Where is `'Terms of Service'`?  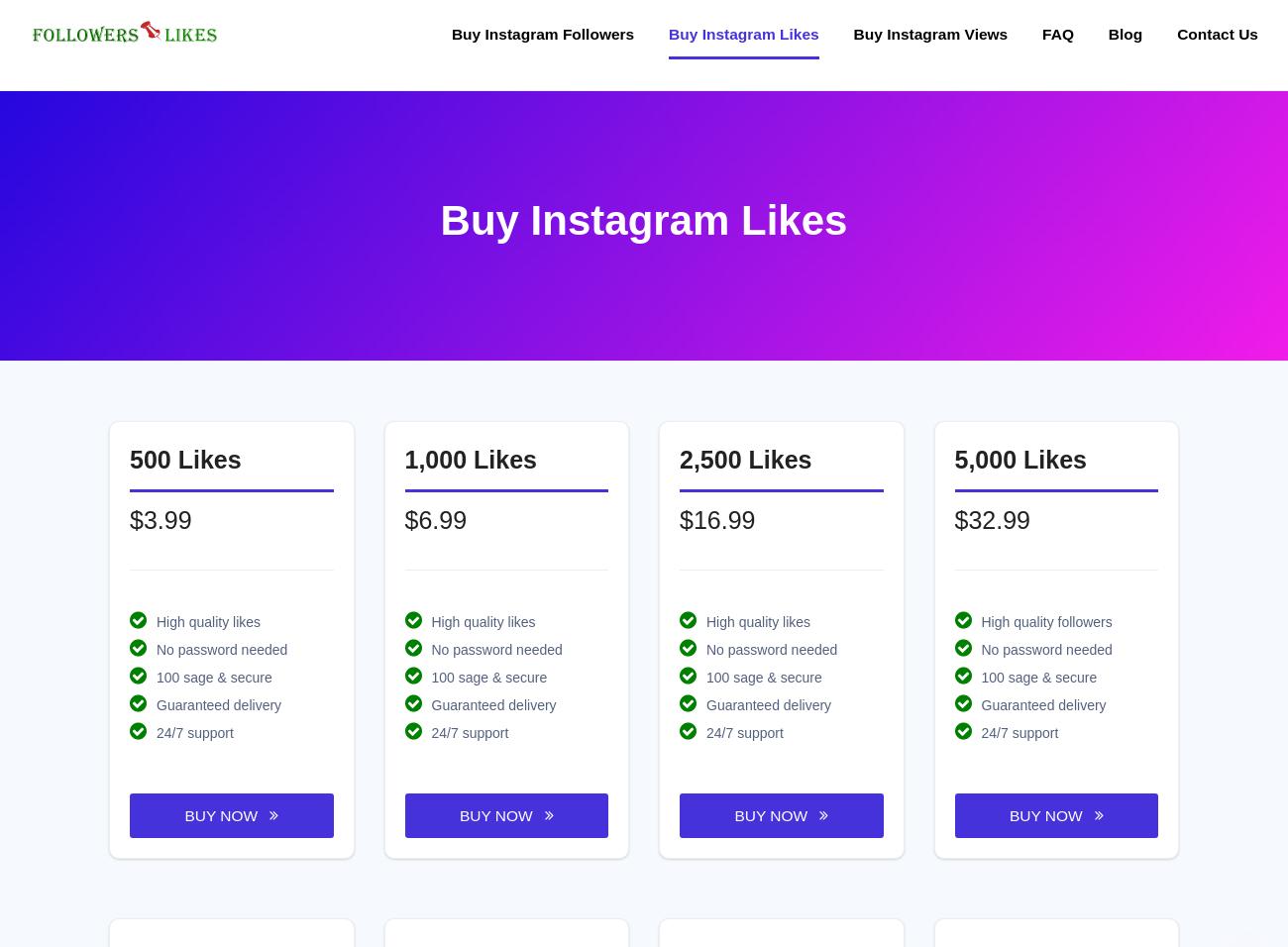
'Terms of Service' is located at coordinates (709, 715).